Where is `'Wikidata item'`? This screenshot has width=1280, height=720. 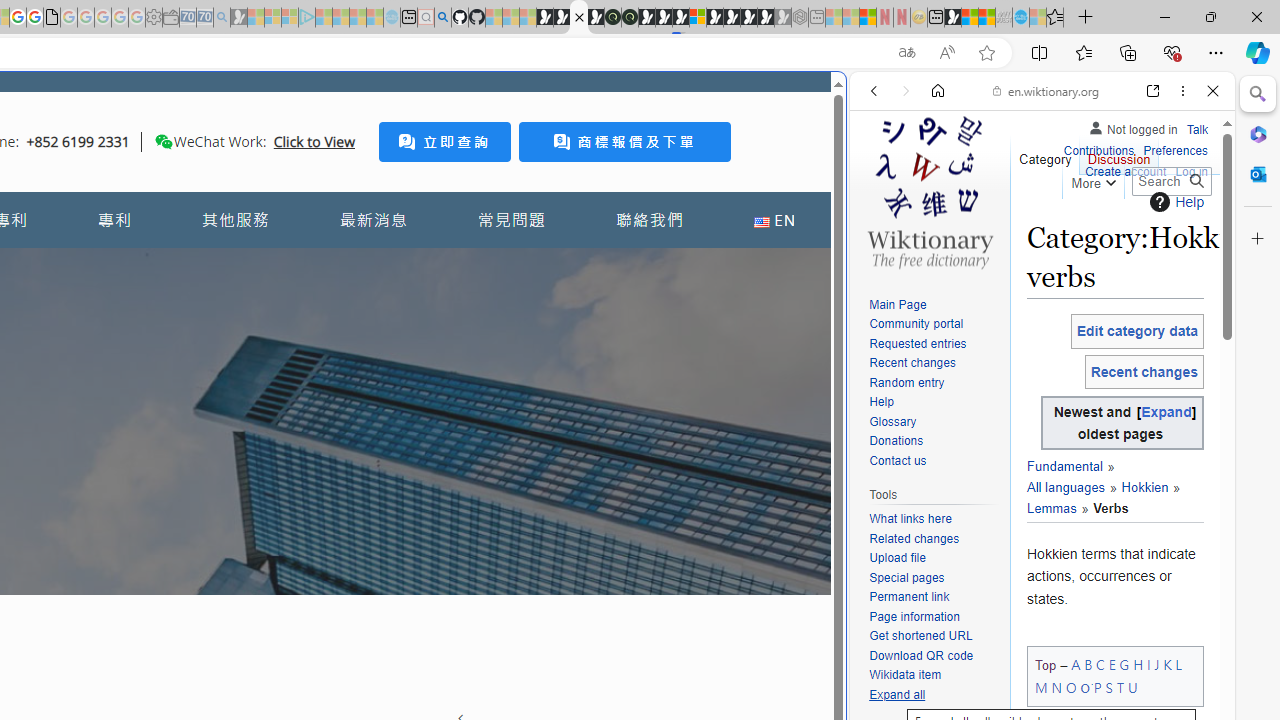
'Wikidata item' is located at coordinates (904, 675).